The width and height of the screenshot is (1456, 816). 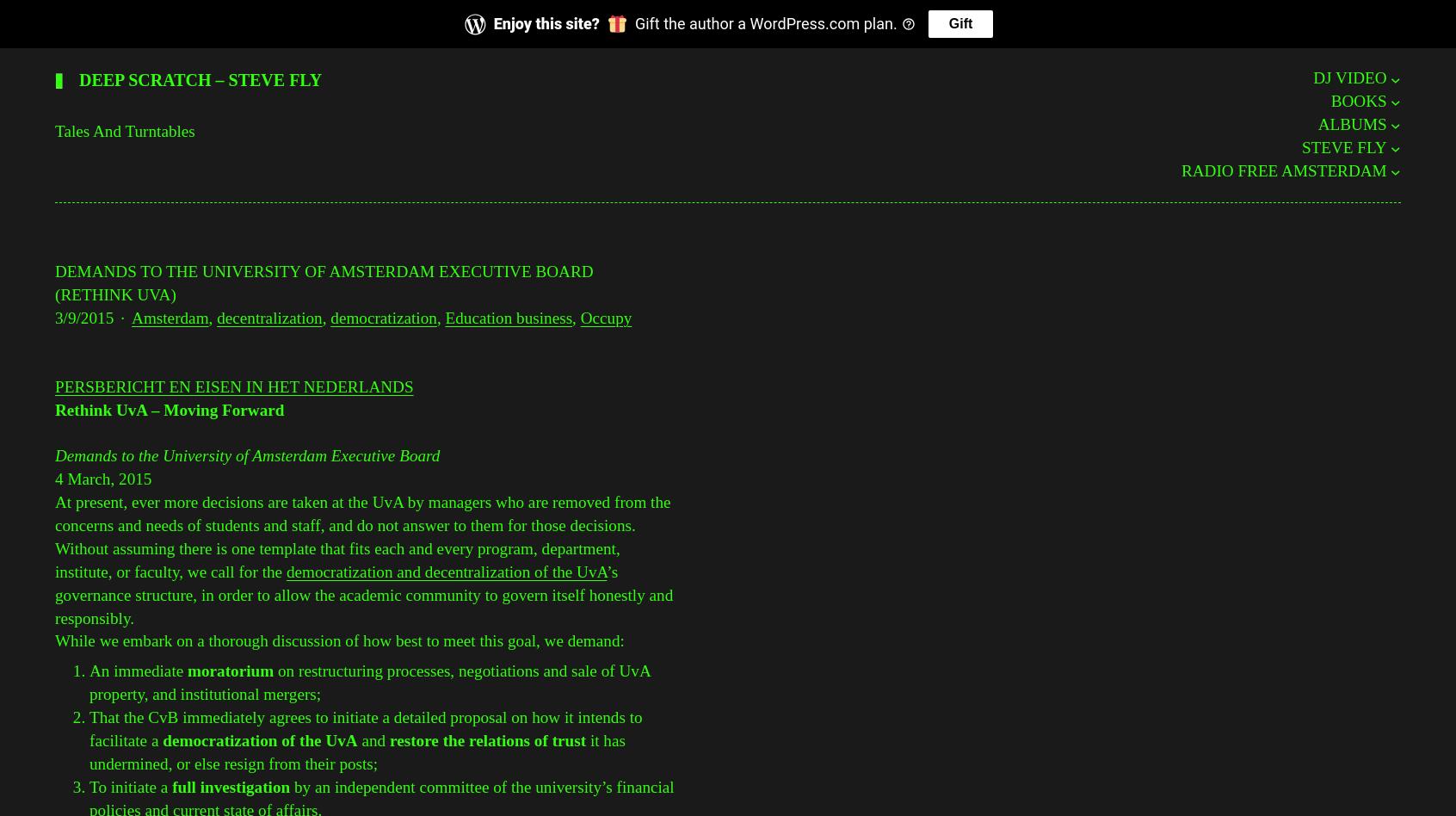 I want to click on 'BOOKS', so click(x=1357, y=101).